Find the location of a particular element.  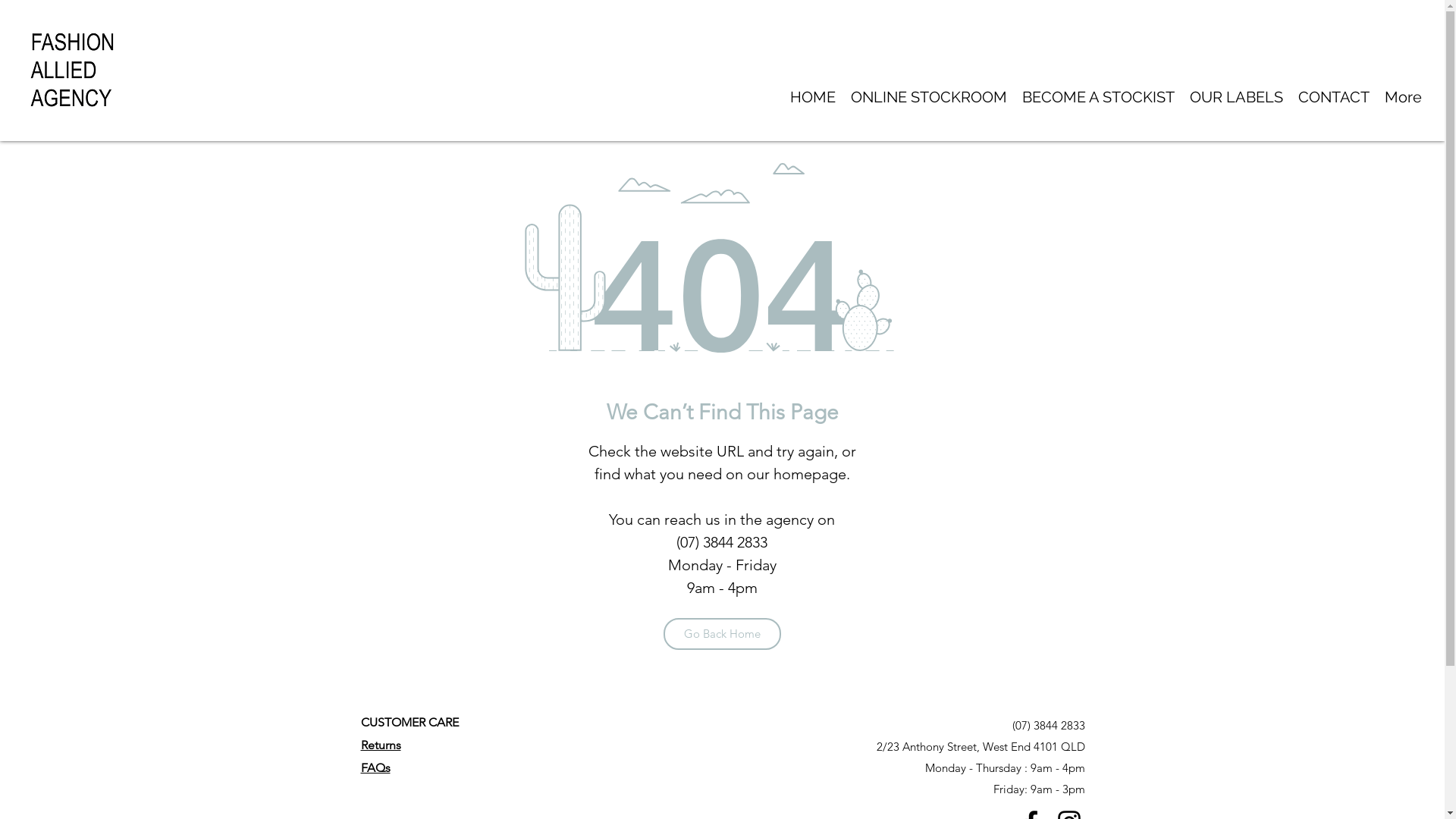

'ONLINE STOCKROOM' is located at coordinates (927, 97).